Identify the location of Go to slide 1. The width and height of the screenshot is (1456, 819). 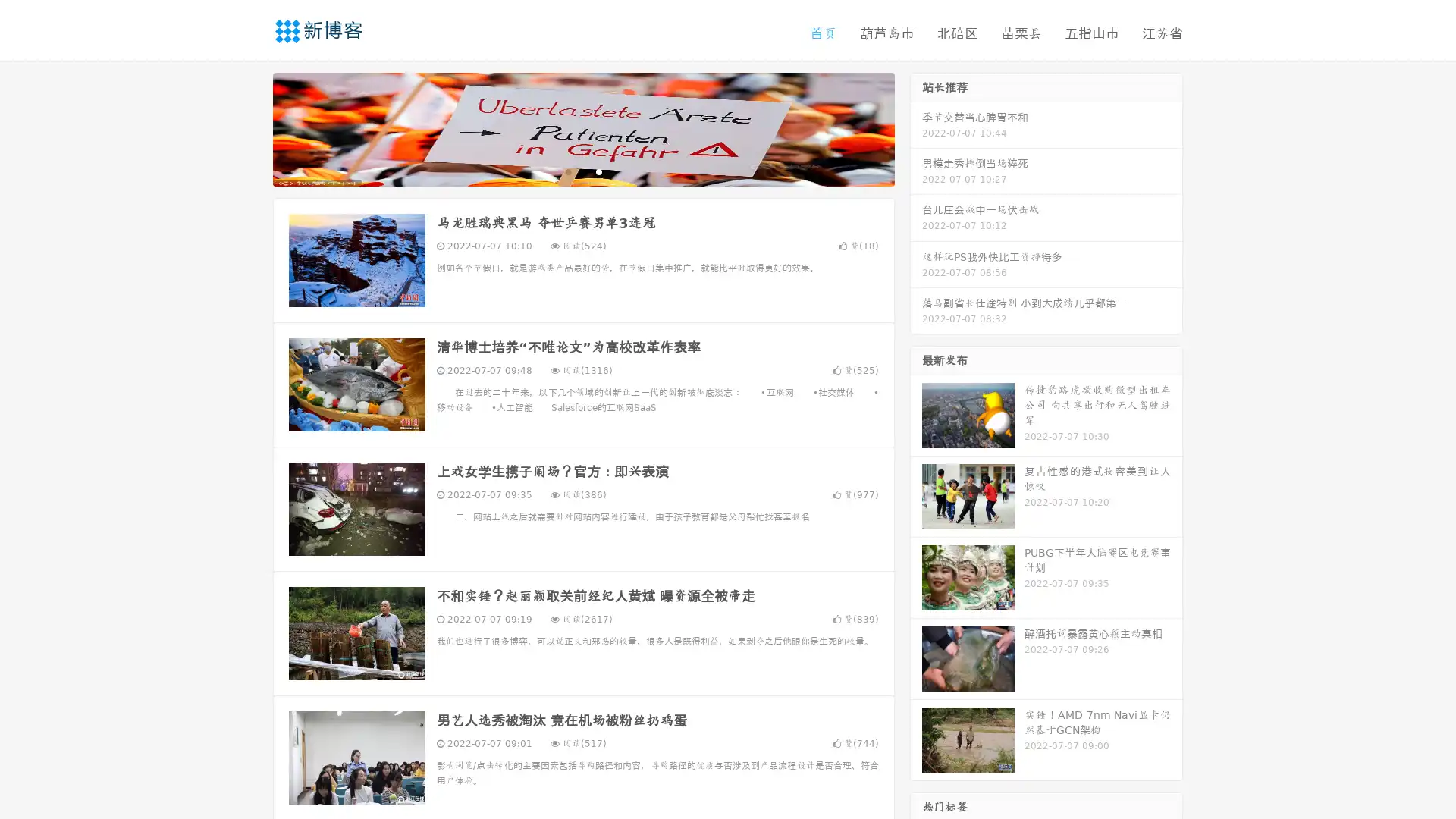
(567, 171).